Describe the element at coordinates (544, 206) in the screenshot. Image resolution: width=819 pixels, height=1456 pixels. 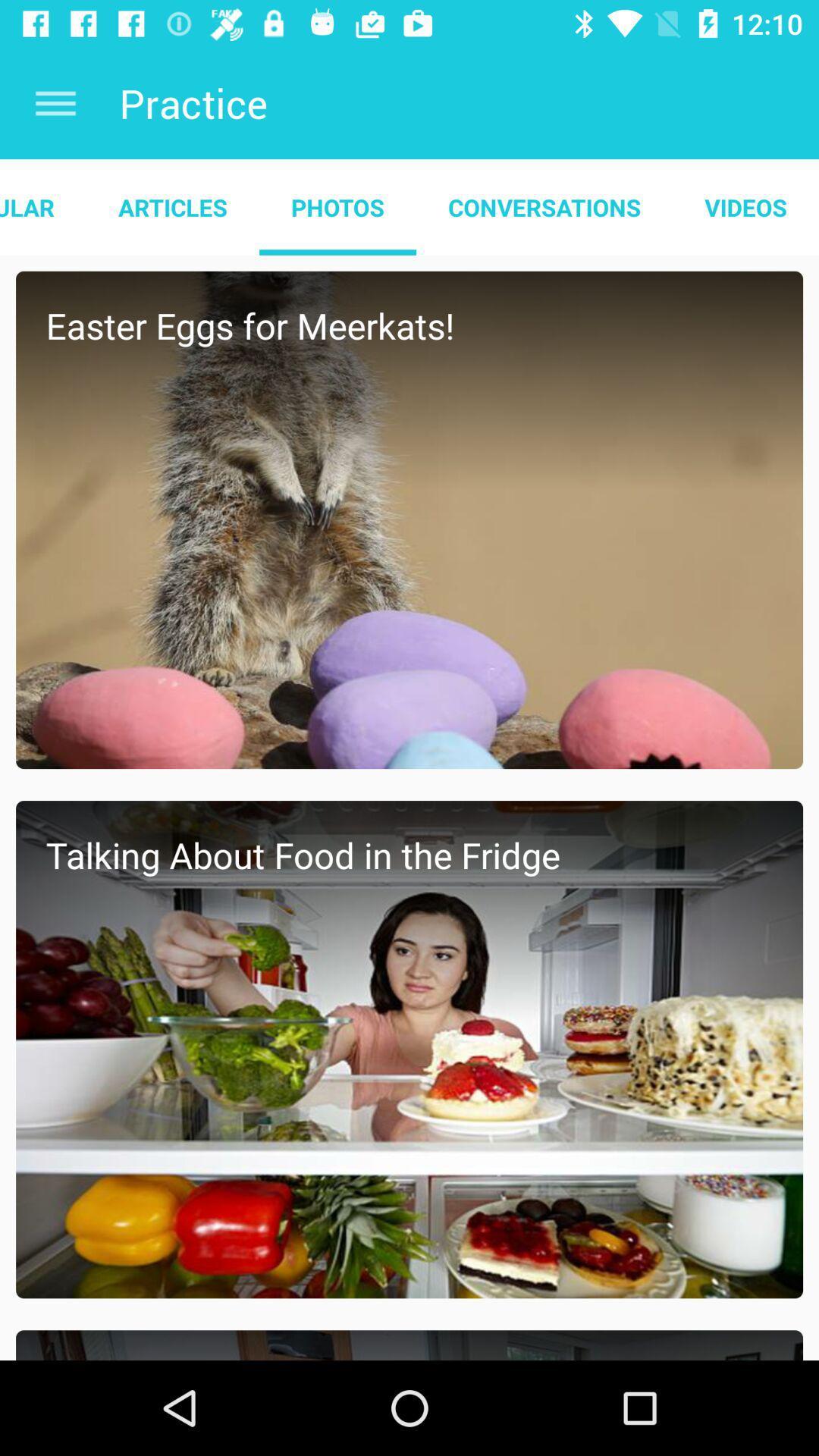
I see `conversations app` at that location.